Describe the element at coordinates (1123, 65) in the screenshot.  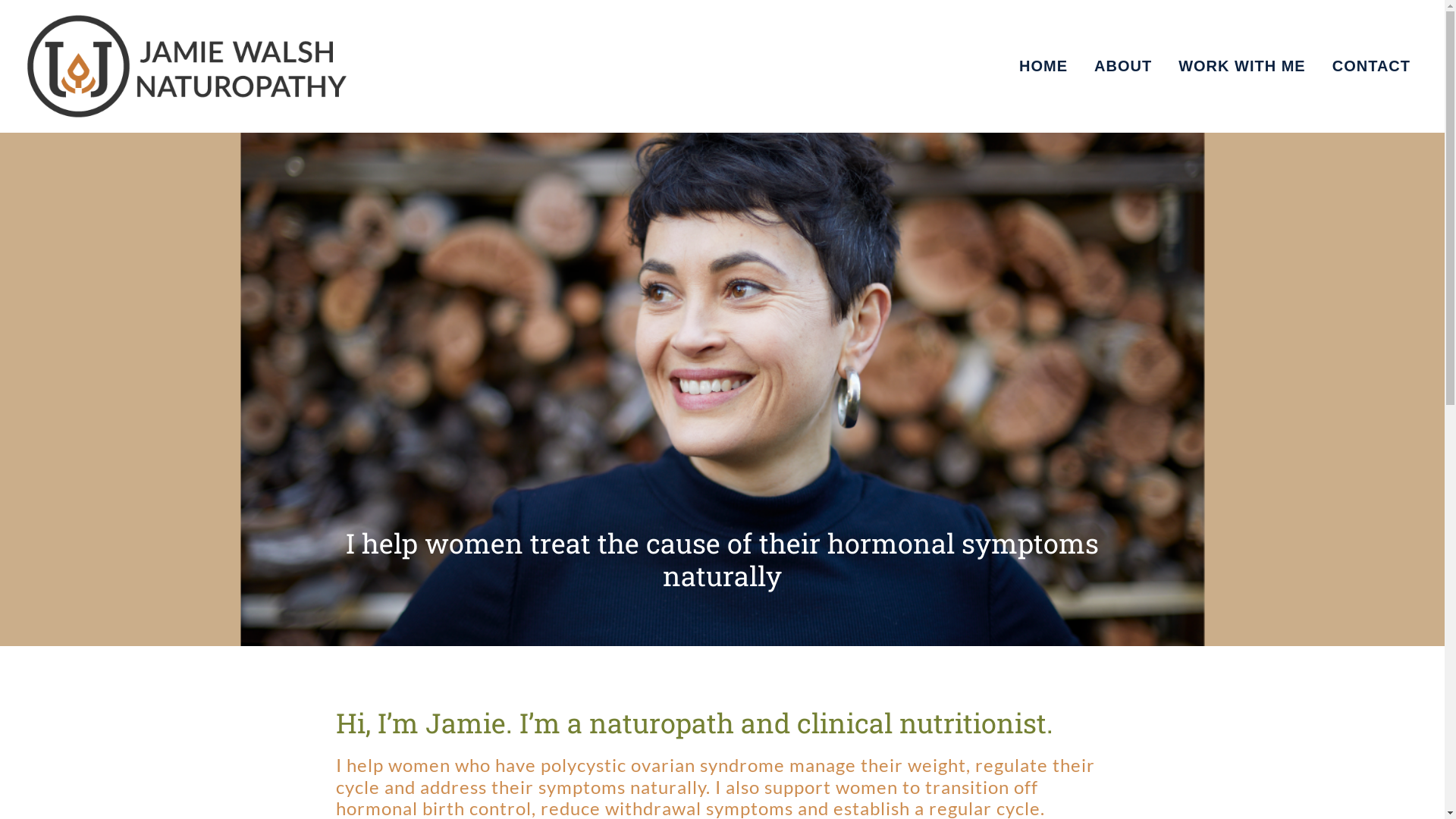
I see `'ABOUT'` at that location.